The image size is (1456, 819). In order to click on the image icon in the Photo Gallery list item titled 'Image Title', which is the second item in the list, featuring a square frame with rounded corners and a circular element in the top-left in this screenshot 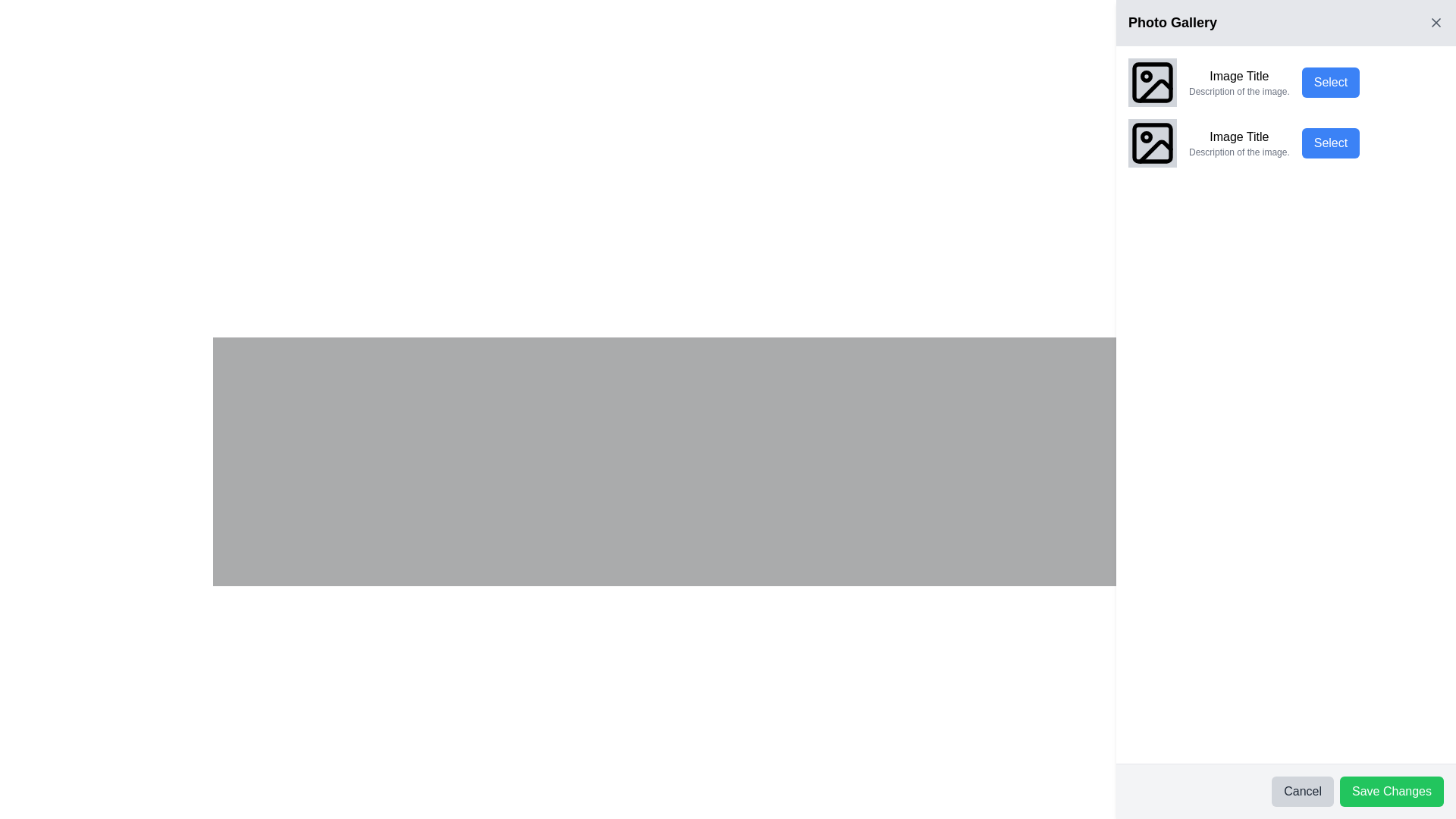, I will do `click(1153, 143)`.